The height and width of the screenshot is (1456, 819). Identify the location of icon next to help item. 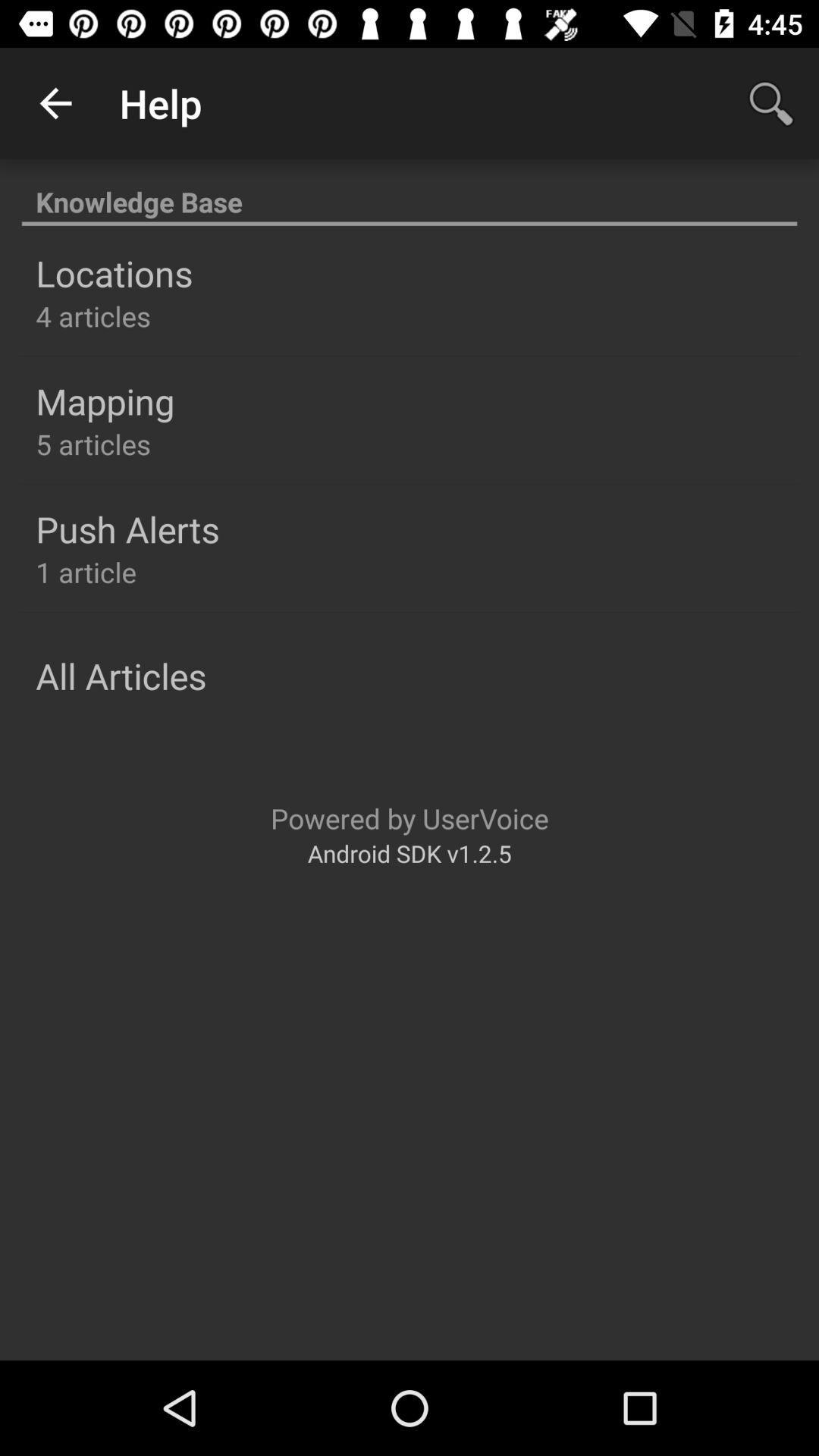
(55, 102).